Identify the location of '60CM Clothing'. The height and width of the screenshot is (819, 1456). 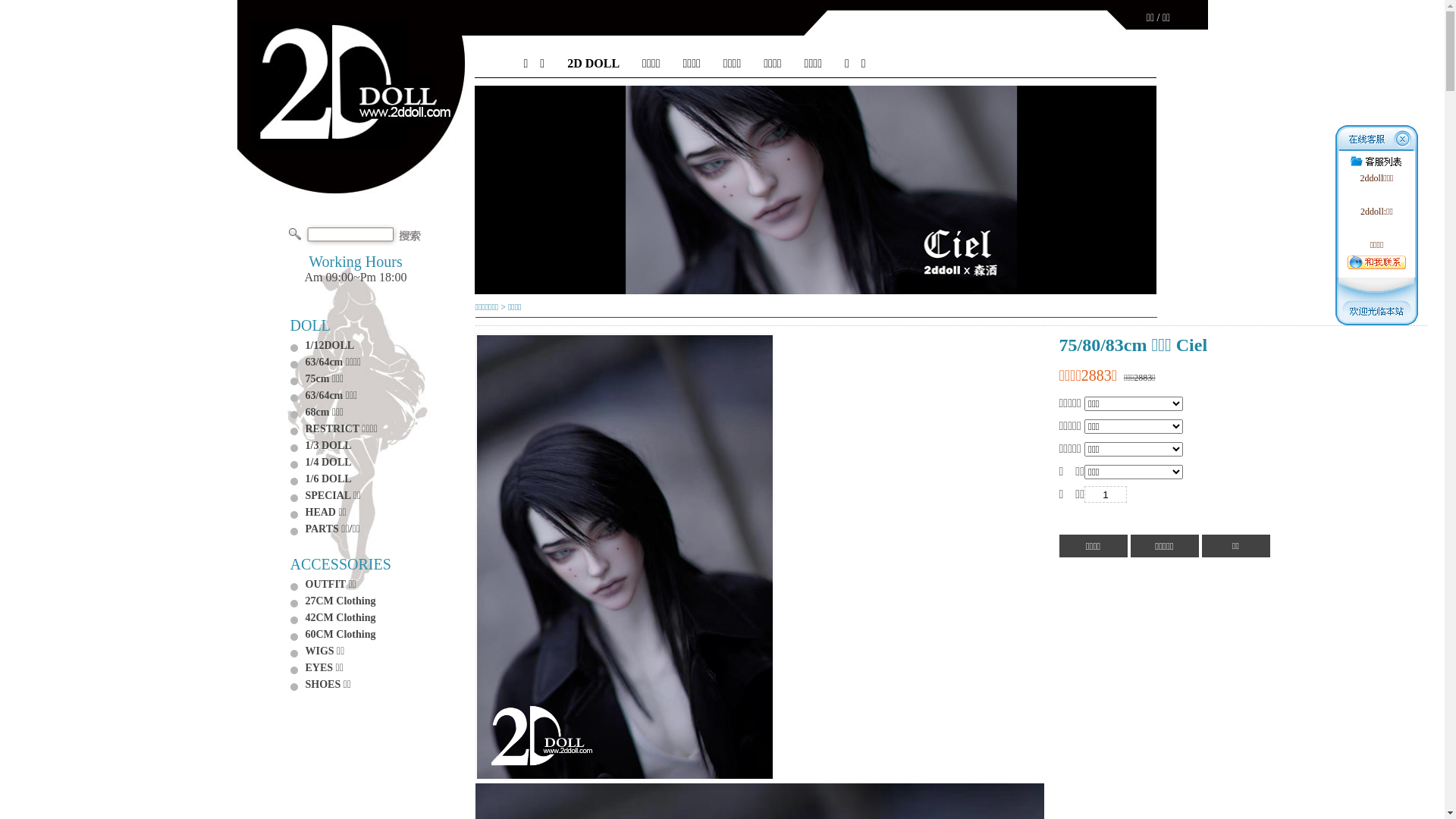
(339, 634).